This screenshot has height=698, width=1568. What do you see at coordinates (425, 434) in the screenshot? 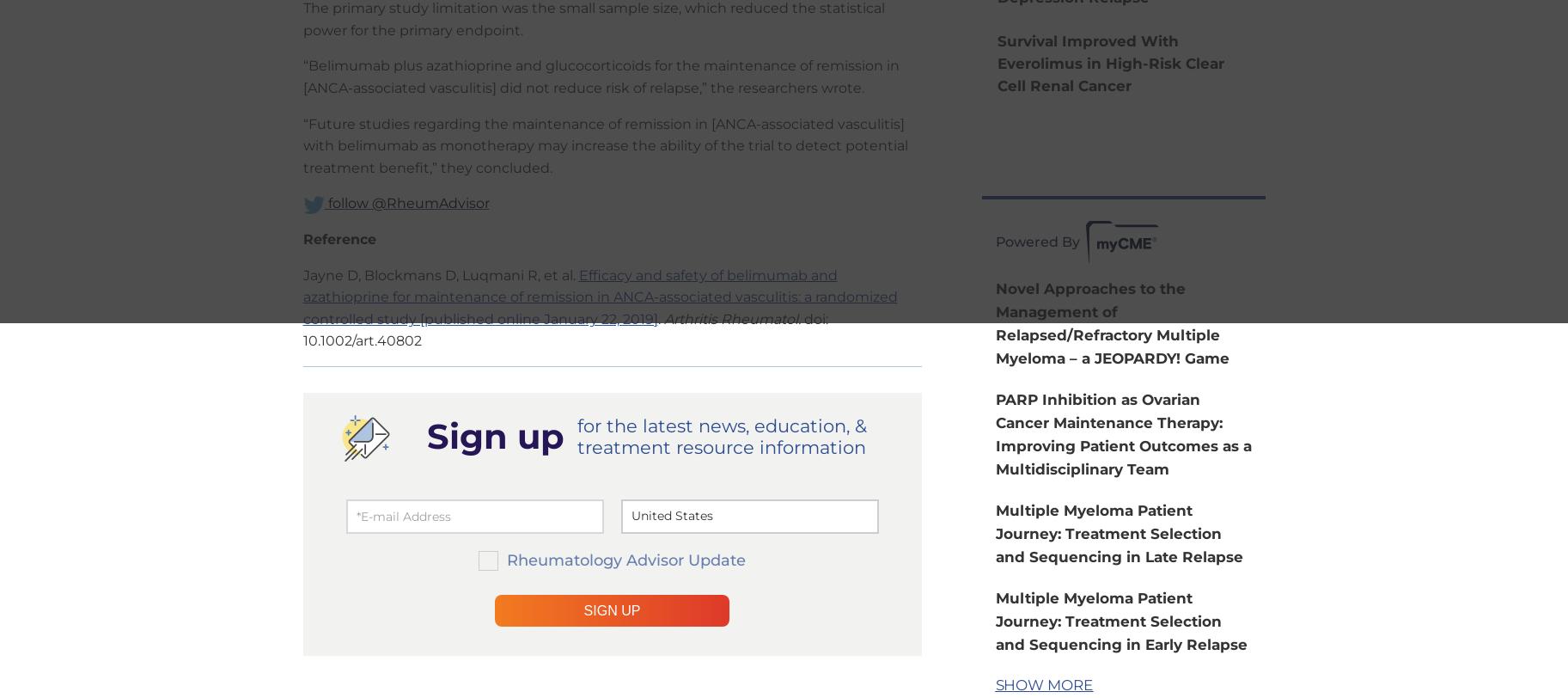
I see `'Sign up'` at bounding box center [425, 434].